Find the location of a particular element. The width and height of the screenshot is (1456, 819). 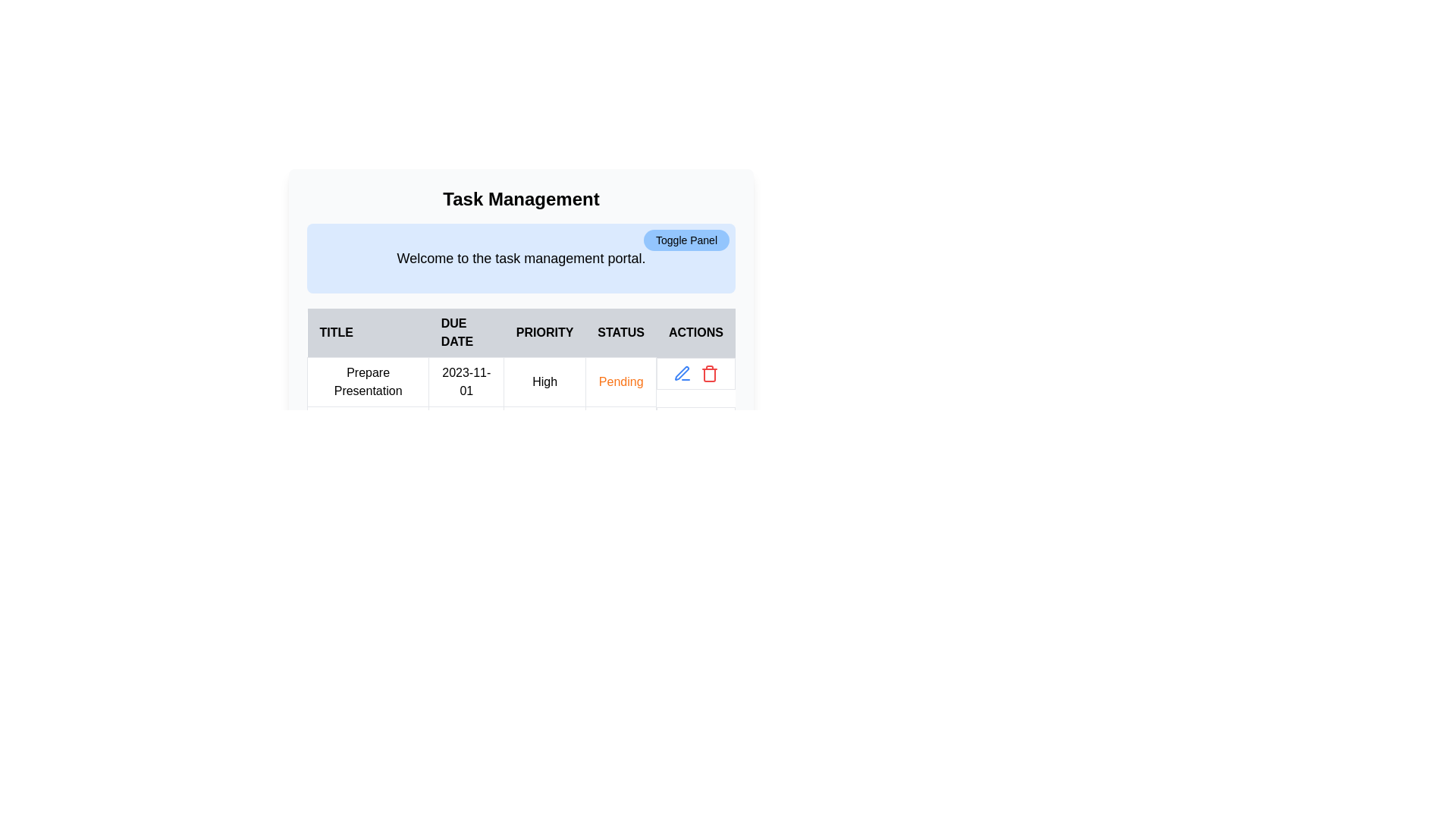

the non-interactive status label indicating 'Pending' in the 'STATUS' column, which is the fourth cell in the row for the 'Prepare Presentation' task is located at coordinates (621, 381).